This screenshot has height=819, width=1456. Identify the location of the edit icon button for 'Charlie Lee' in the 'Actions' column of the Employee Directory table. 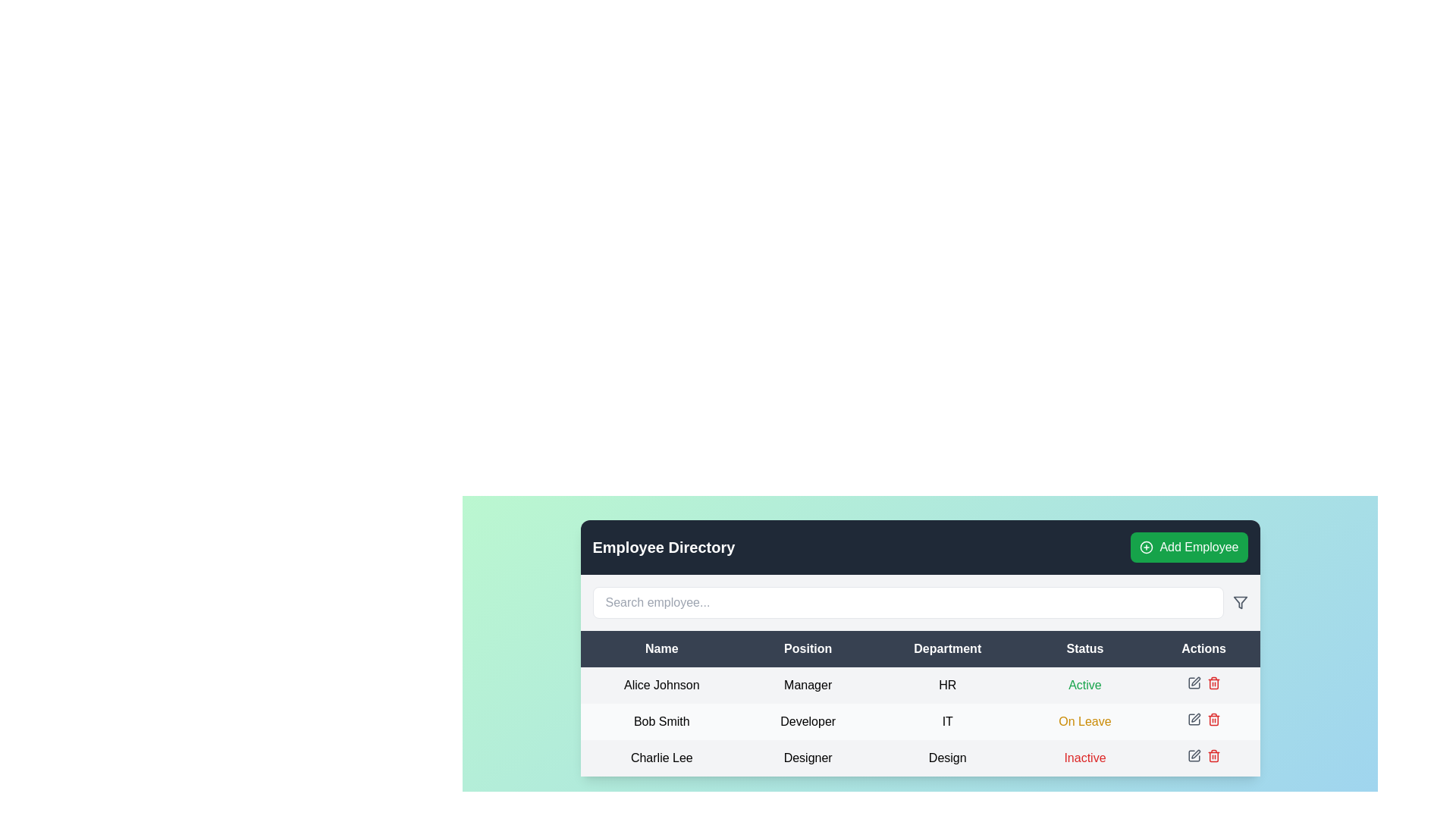
(1193, 755).